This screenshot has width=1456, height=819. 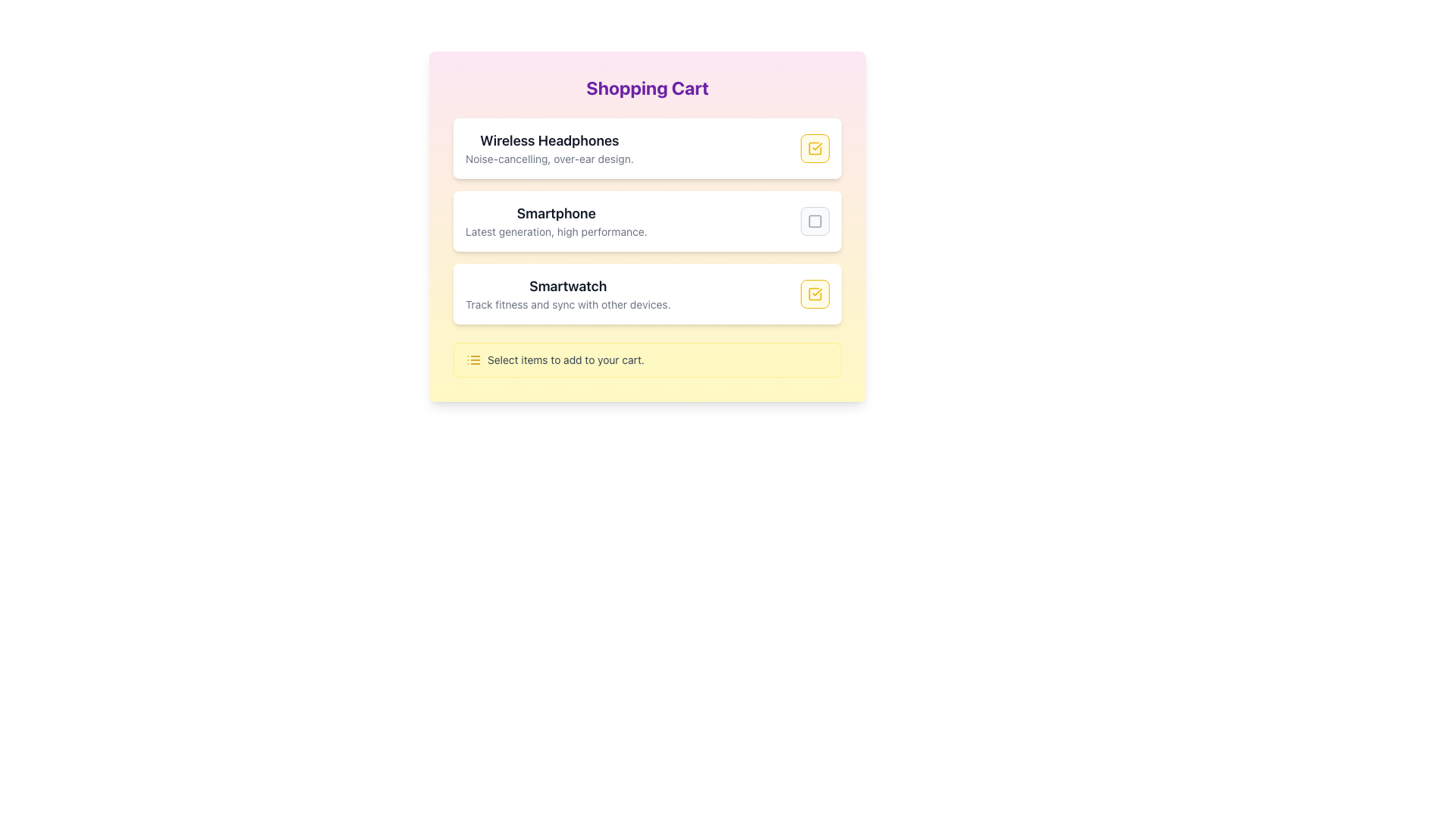 I want to click on the text element displaying 'Smartwatch', which is the title of the product card in the shopping cart section, so click(x=567, y=287).